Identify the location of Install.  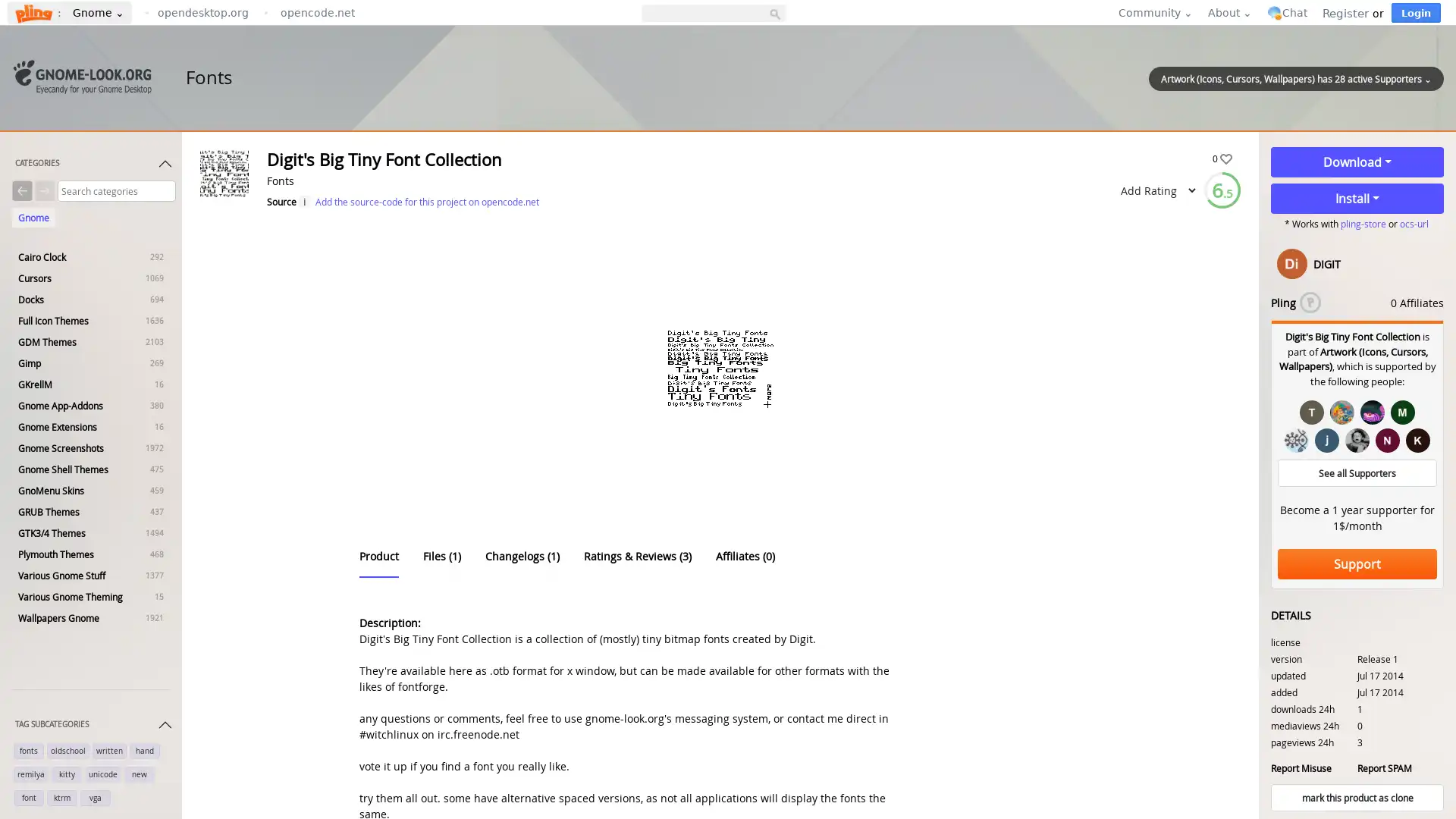
(1357, 198).